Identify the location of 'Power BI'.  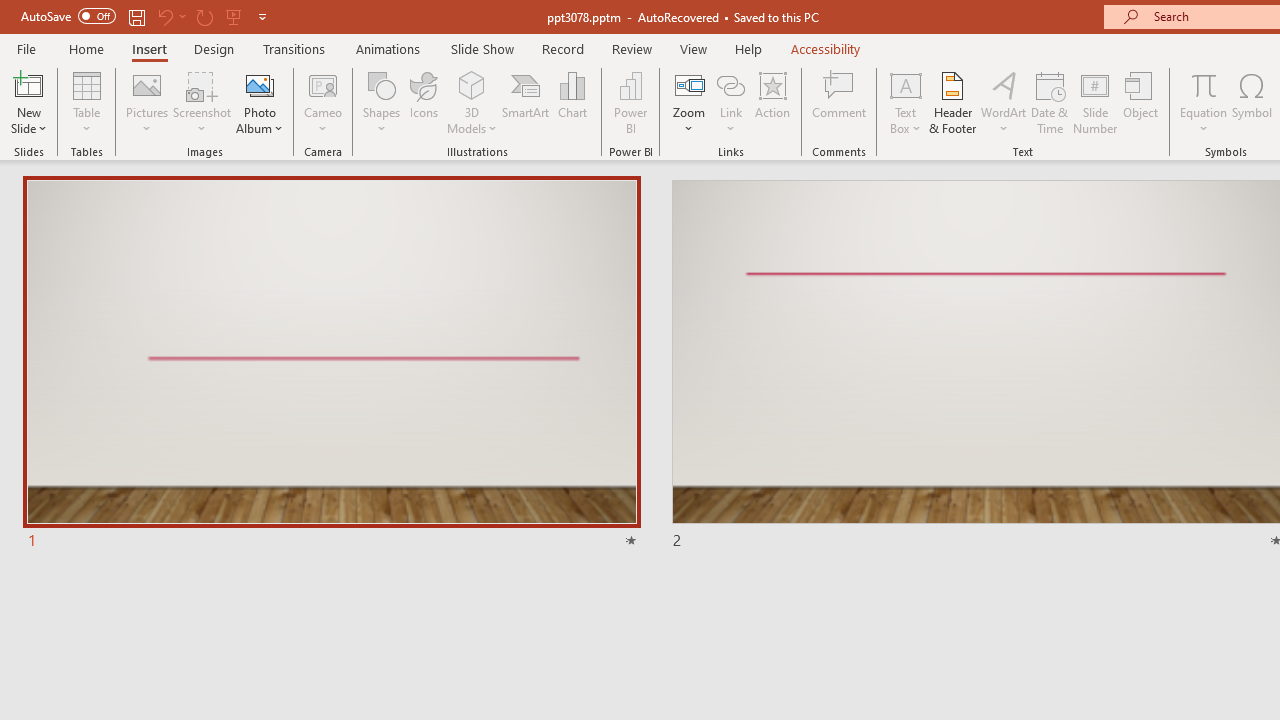
(630, 103).